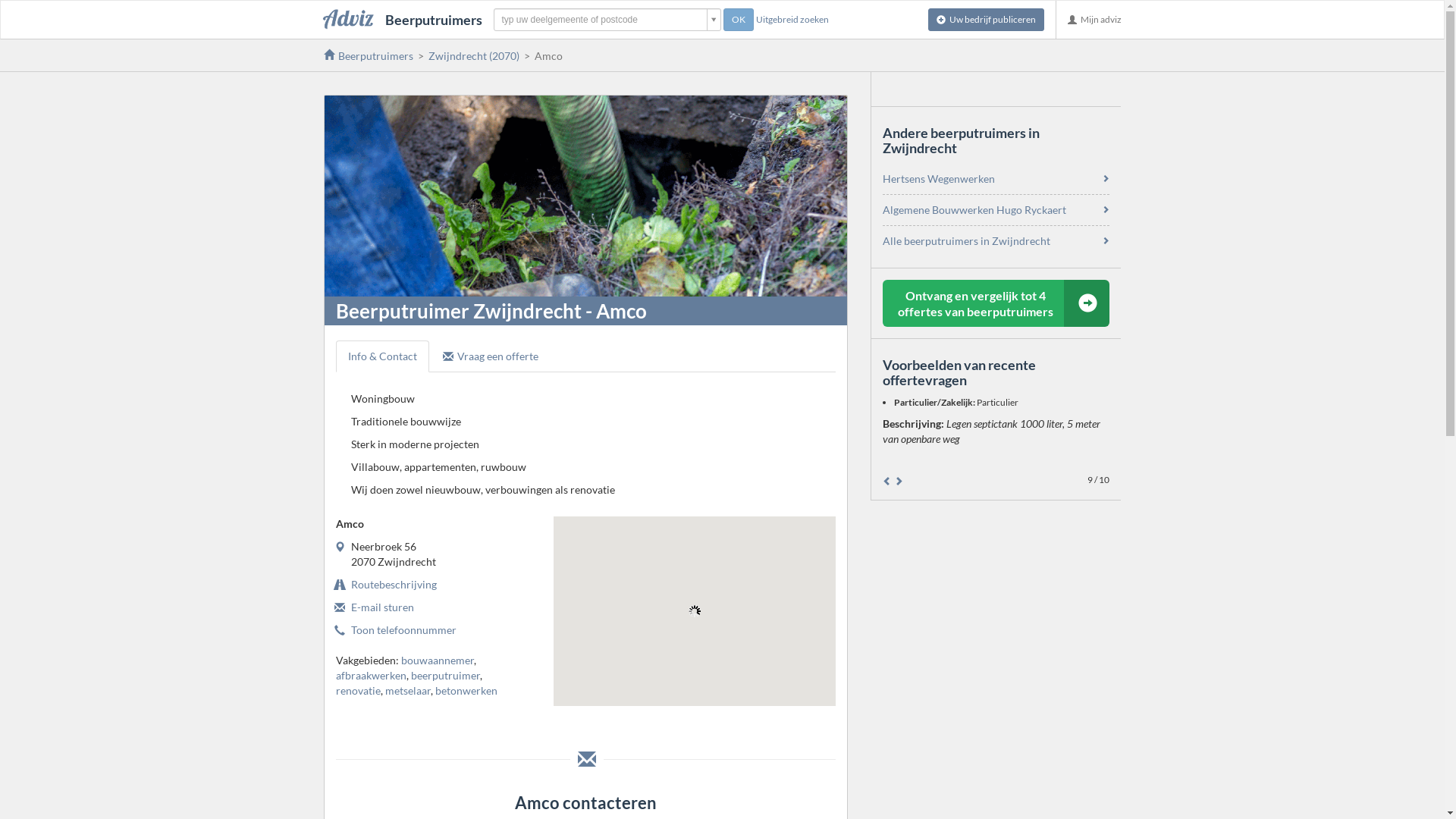 The height and width of the screenshot is (819, 1456). Describe the element at coordinates (429, 356) in the screenshot. I see `'Vraag een offerte'` at that location.